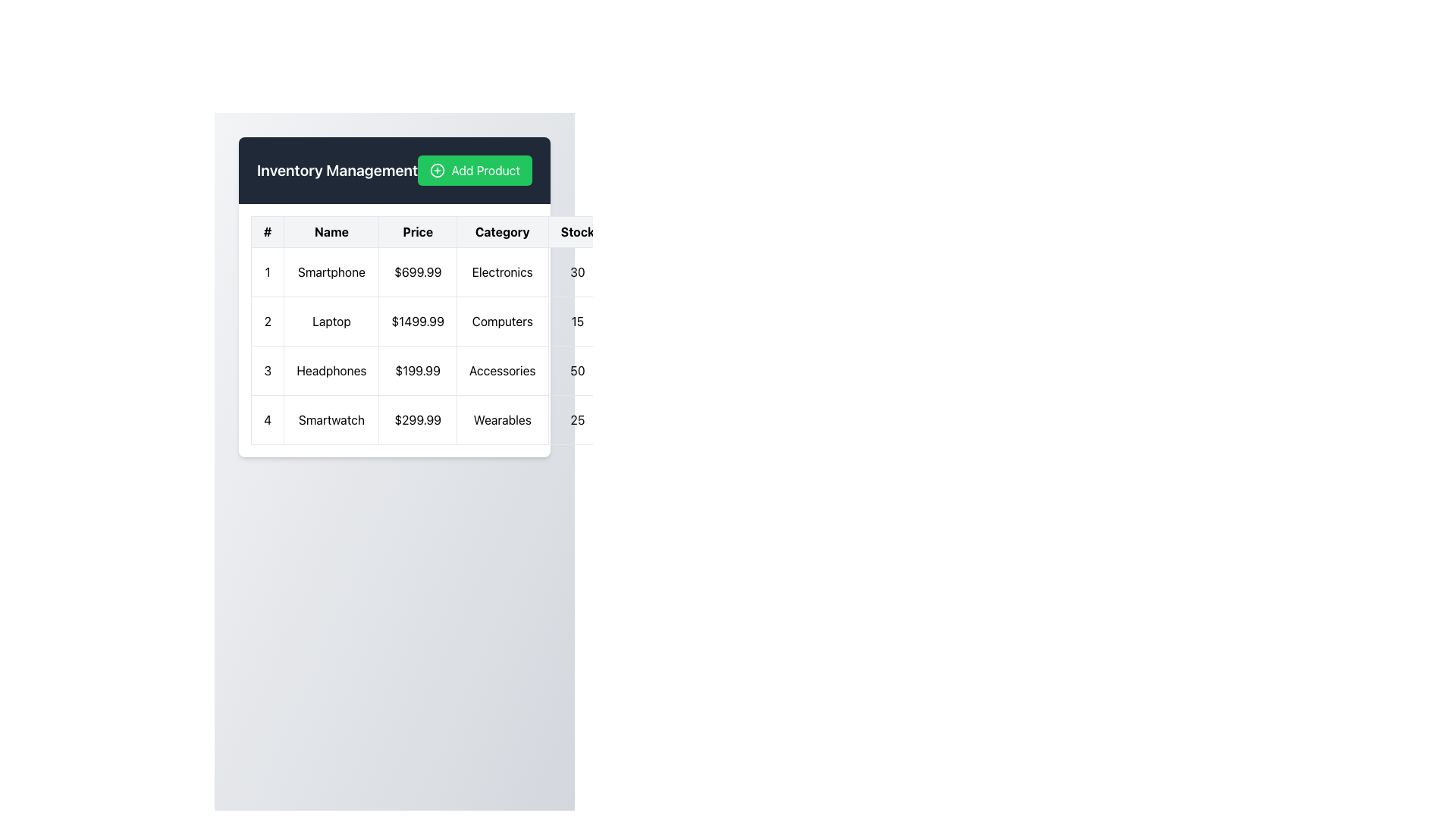 The height and width of the screenshot is (819, 1456). I want to click on the Icon component (circle in an SVG graphic) that represents a green circle on the 'Add Product' button located at the top-right corner of the header bar, so click(437, 170).